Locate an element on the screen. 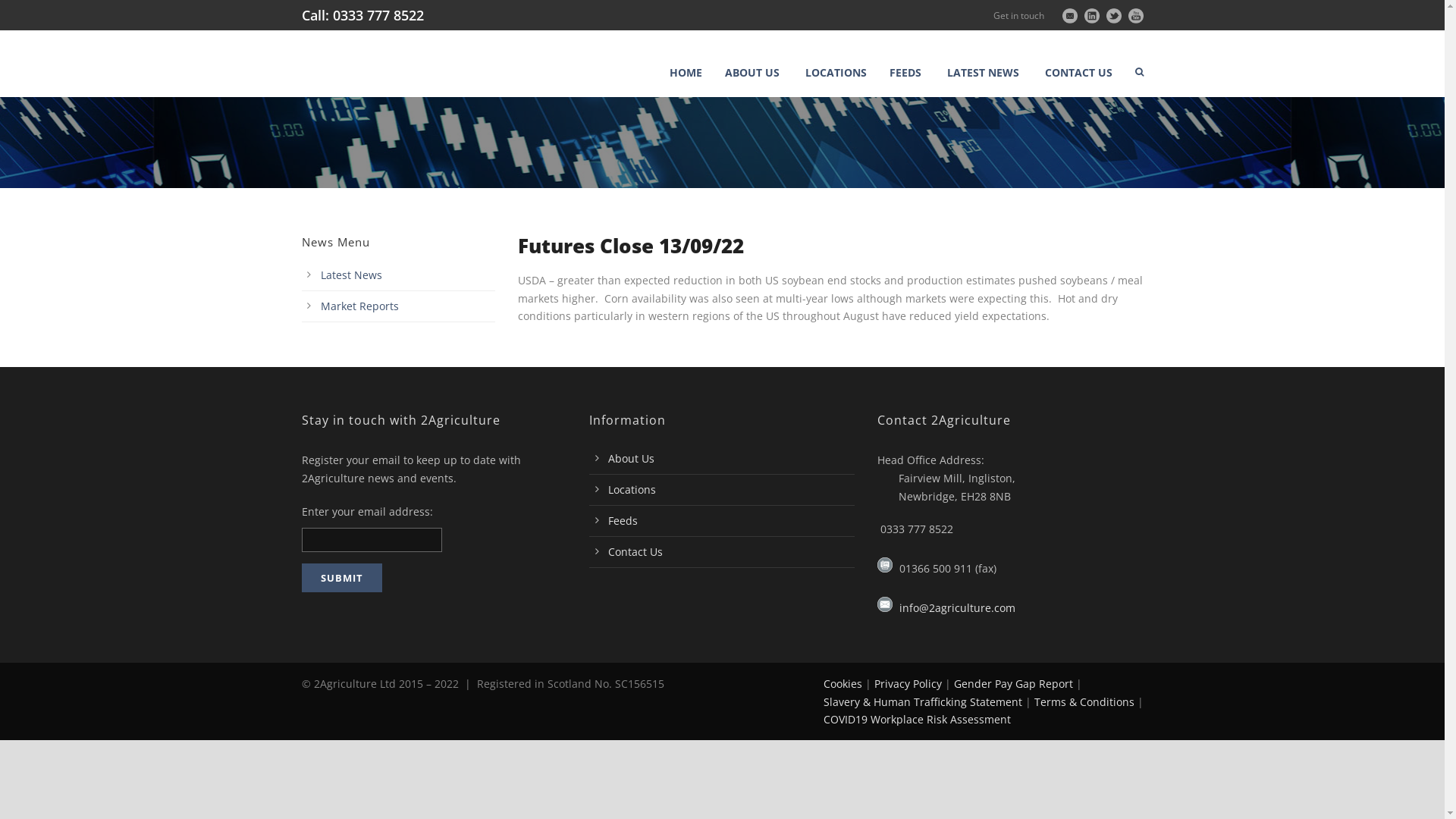 The height and width of the screenshot is (819, 1456). 'Locations' is located at coordinates (632, 489).